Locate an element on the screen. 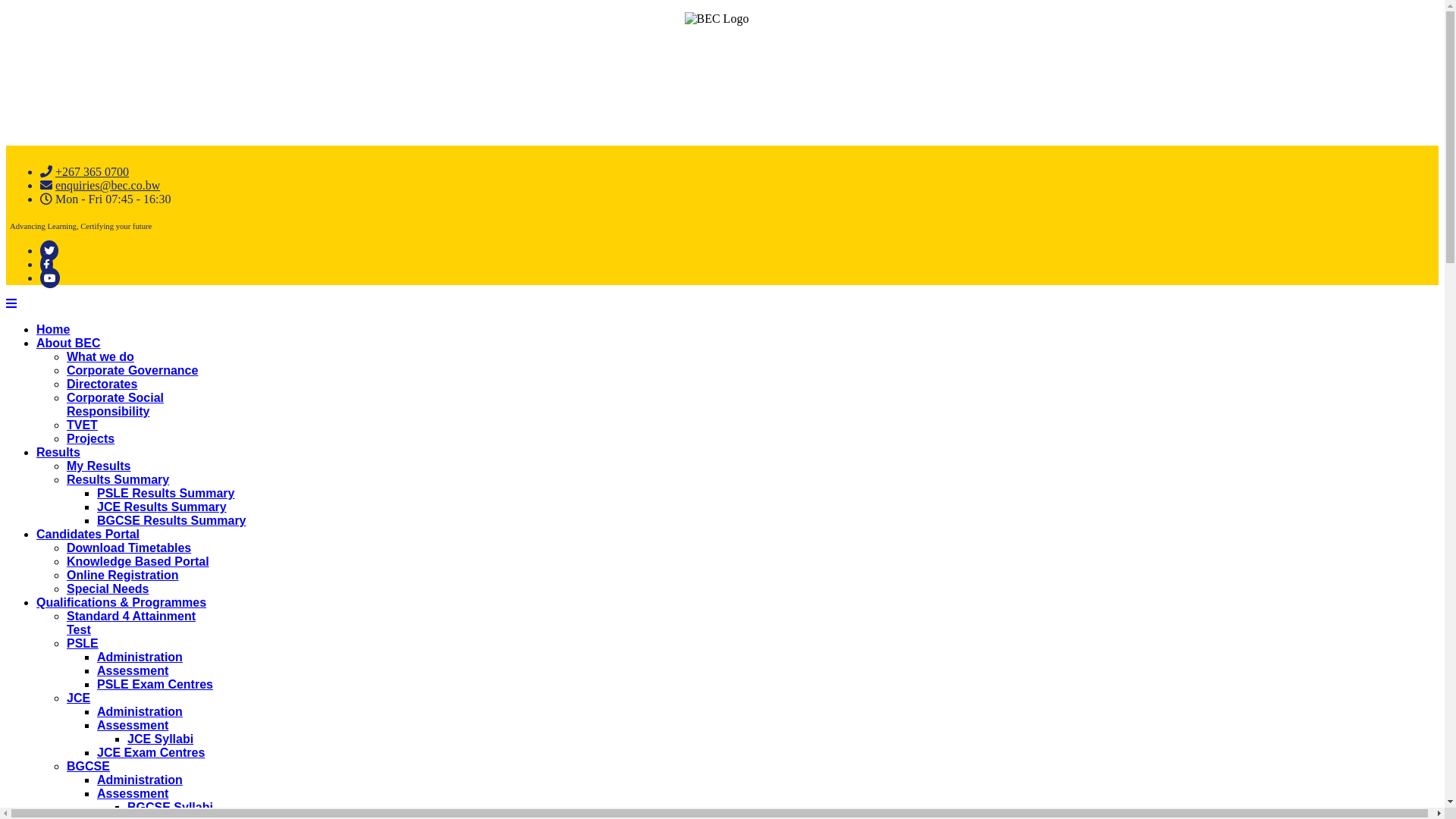  'Assessment' is located at coordinates (96, 792).